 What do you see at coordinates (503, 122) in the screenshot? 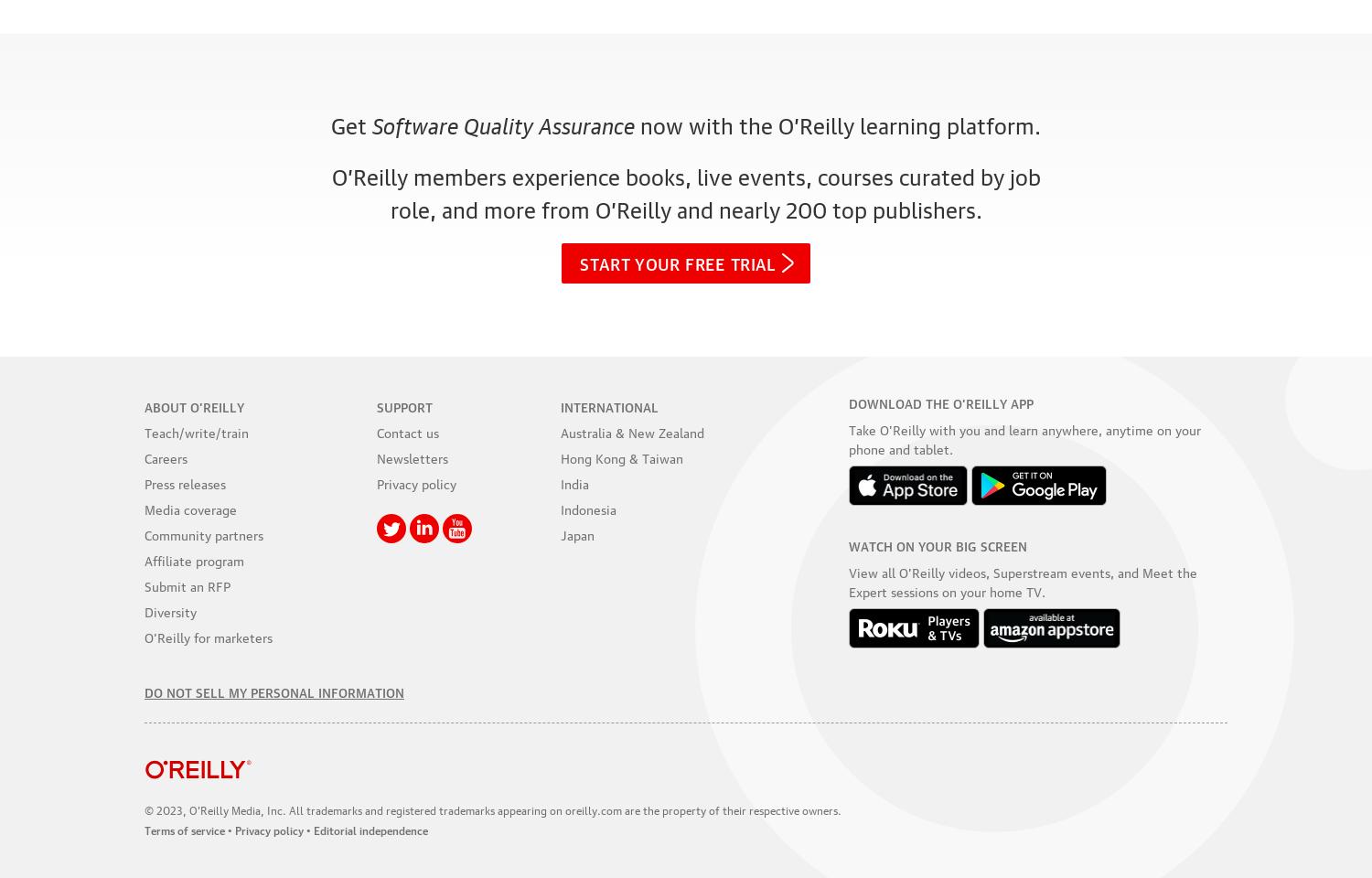
I see `'Software Quality Assurance'` at bounding box center [503, 122].